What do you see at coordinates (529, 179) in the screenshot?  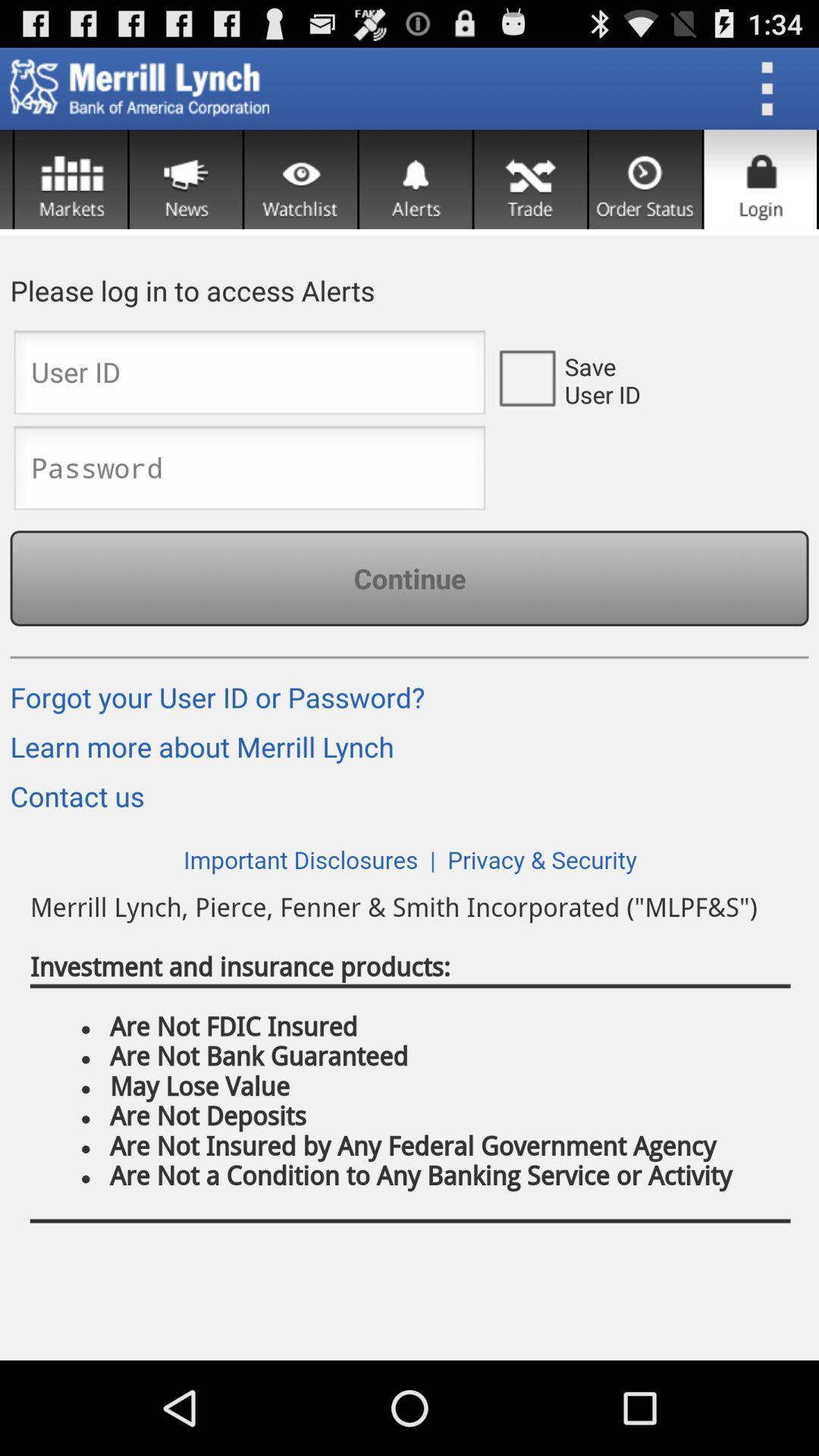 I see `trade button` at bounding box center [529, 179].